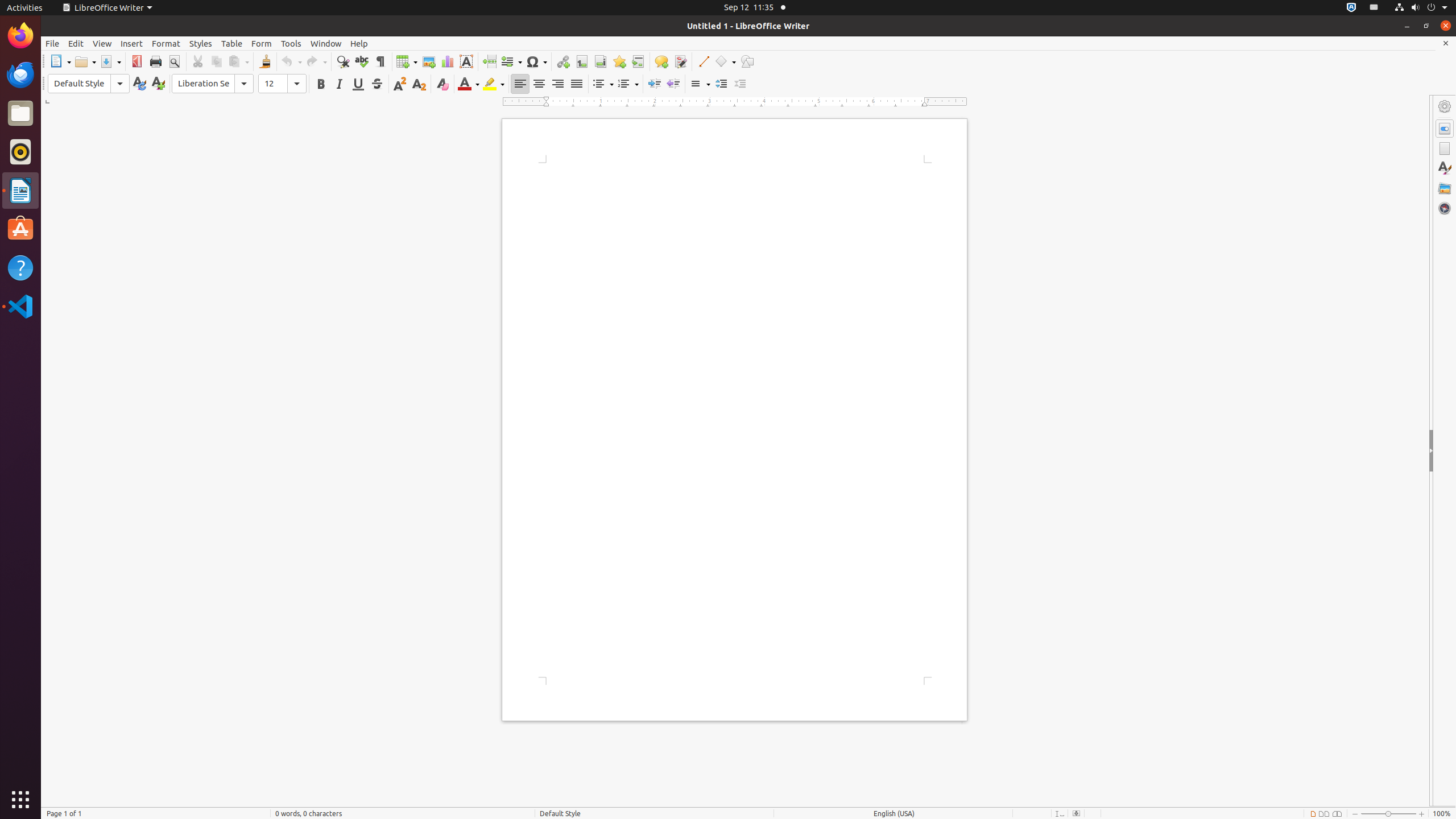  Describe the element at coordinates (602, 83) in the screenshot. I see `'Bullets'` at that location.